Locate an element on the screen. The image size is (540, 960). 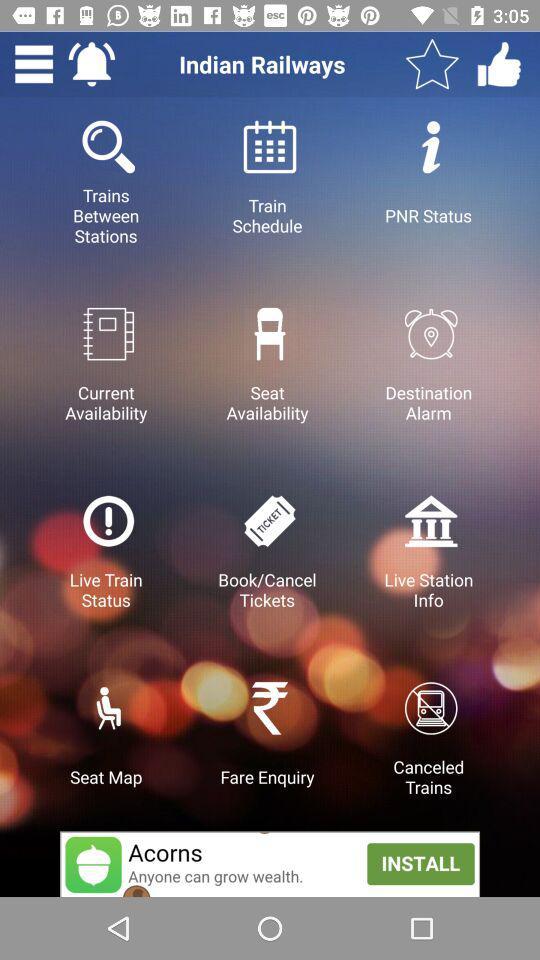
click notification is located at coordinates (90, 64).